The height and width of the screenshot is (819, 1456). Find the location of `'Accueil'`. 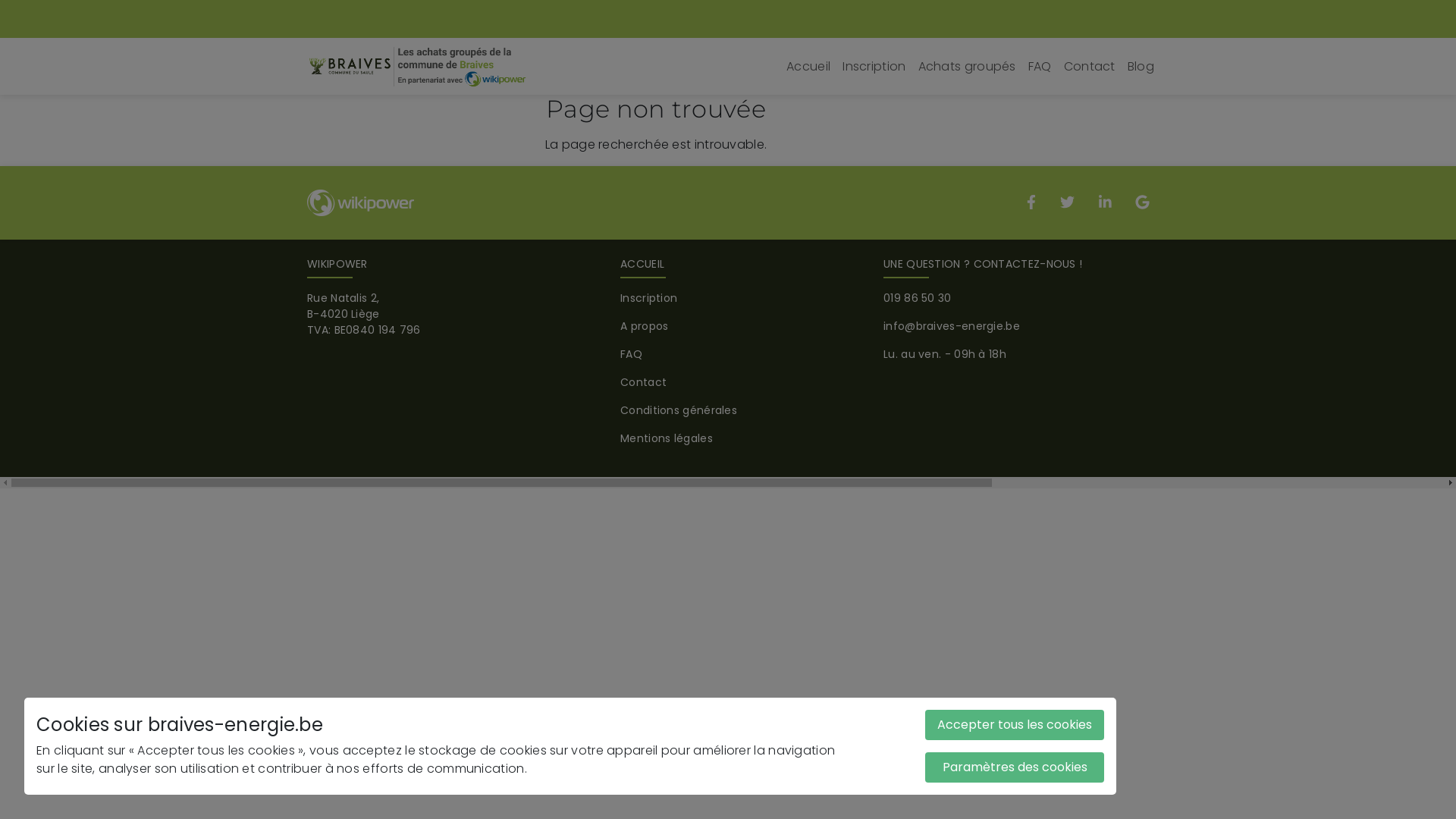

'Accueil' is located at coordinates (807, 66).